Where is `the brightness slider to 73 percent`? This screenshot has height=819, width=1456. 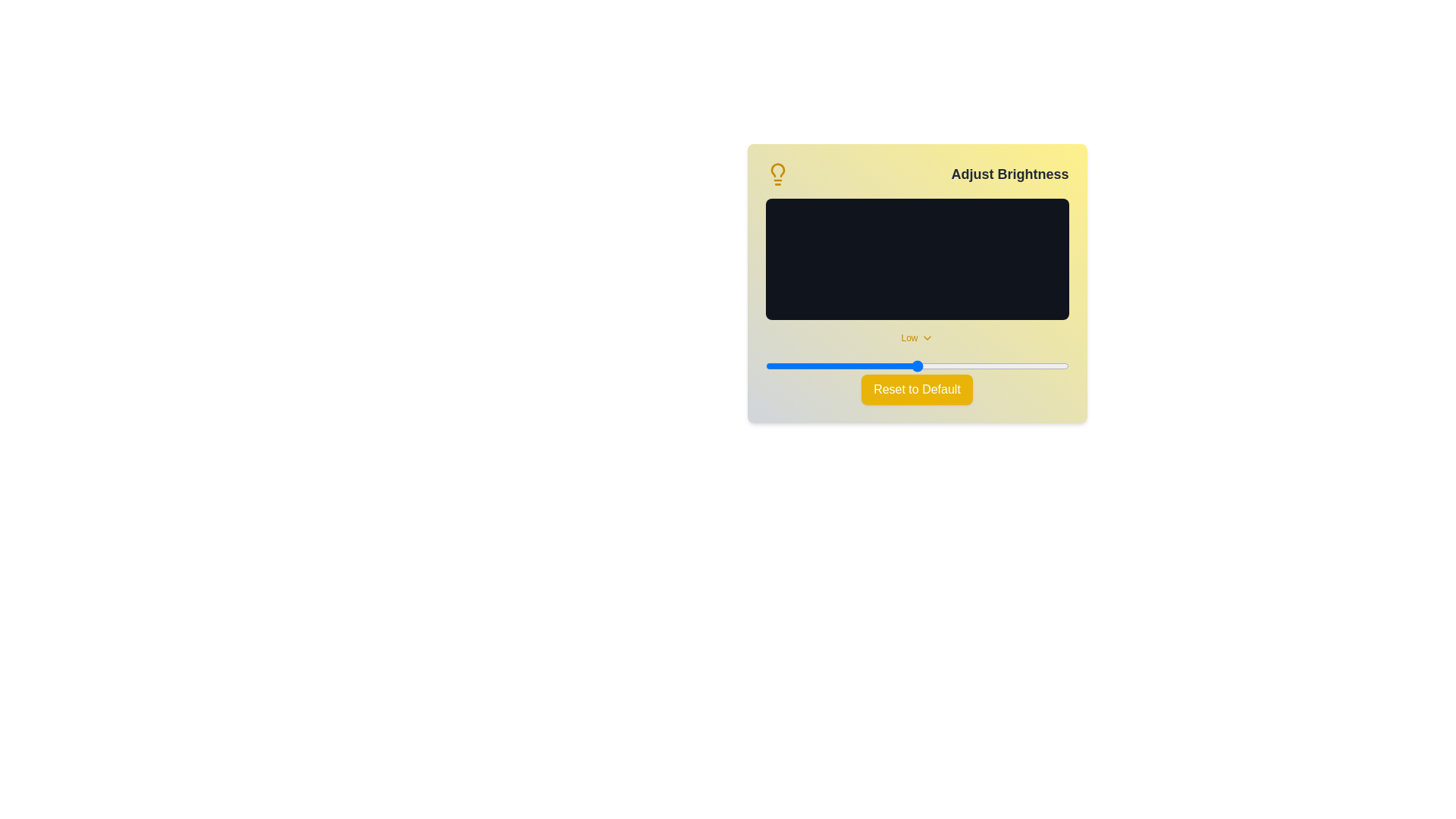 the brightness slider to 73 percent is located at coordinates (987, 366).